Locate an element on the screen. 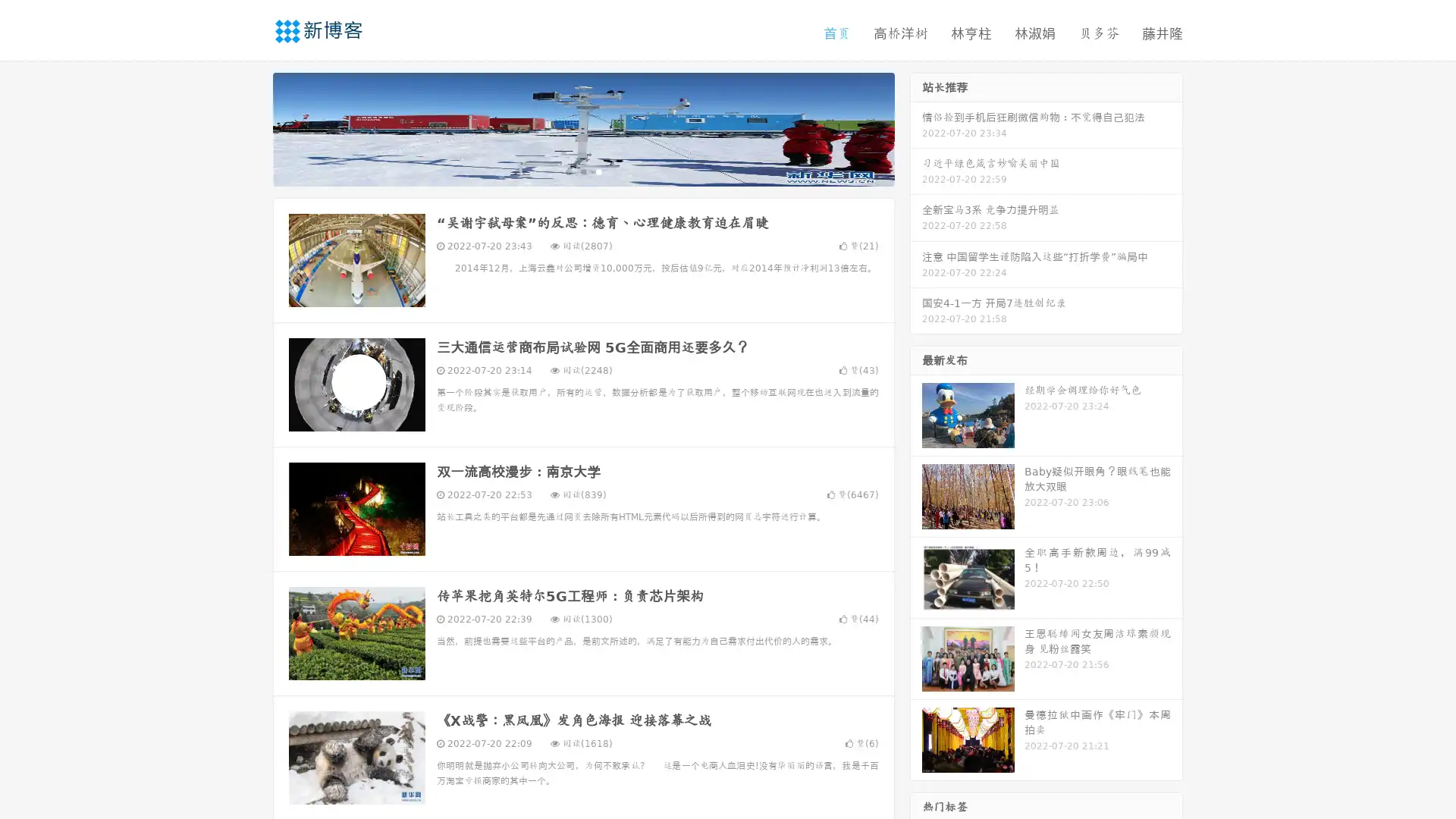  Previous slide is located at coordinates (250, 127).